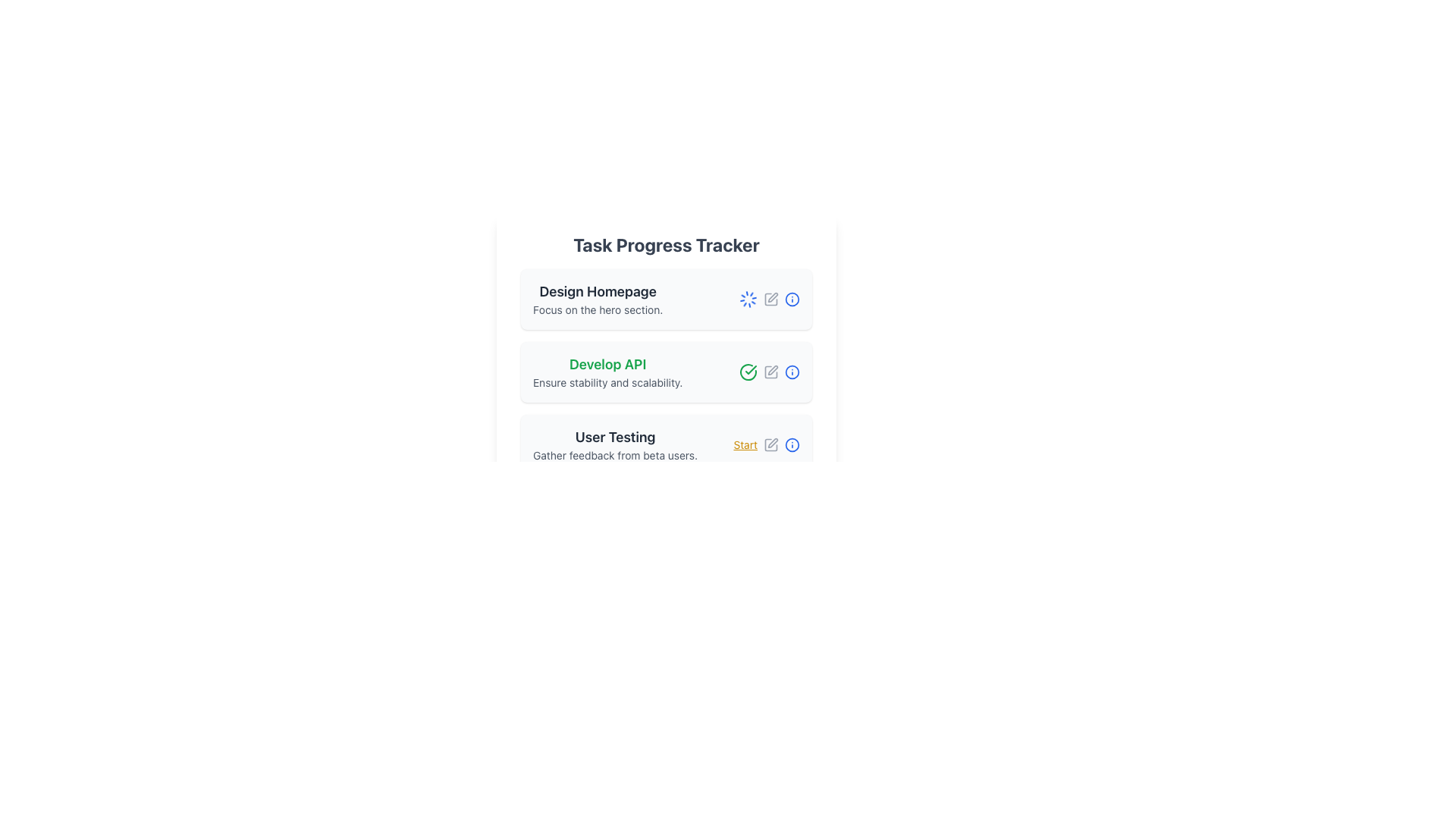 This screenshot has height=819, width=1456. Describe the element at coordinates (745, 444) in the screenshot. I see `the 'Start' hyperlink in bold yellow font located in the 'User Testing' section of the 'Task Progress Tracker' interface` at that location.